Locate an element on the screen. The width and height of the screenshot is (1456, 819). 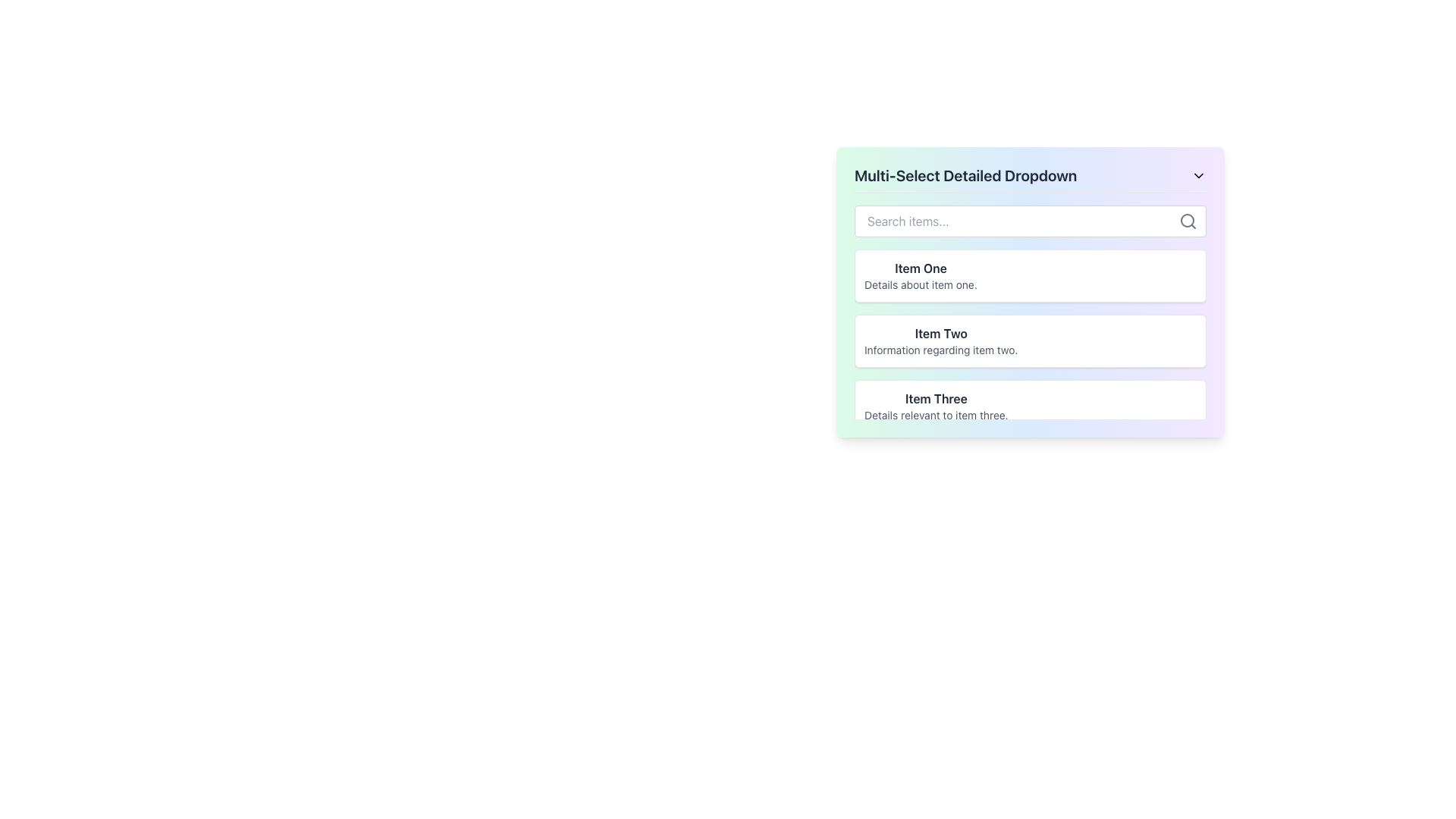
the second item in the interactive list, which has a white background and rounded borders, located centrally within the dropdown overlay below the search bar is located at coordinates (1030, 374).